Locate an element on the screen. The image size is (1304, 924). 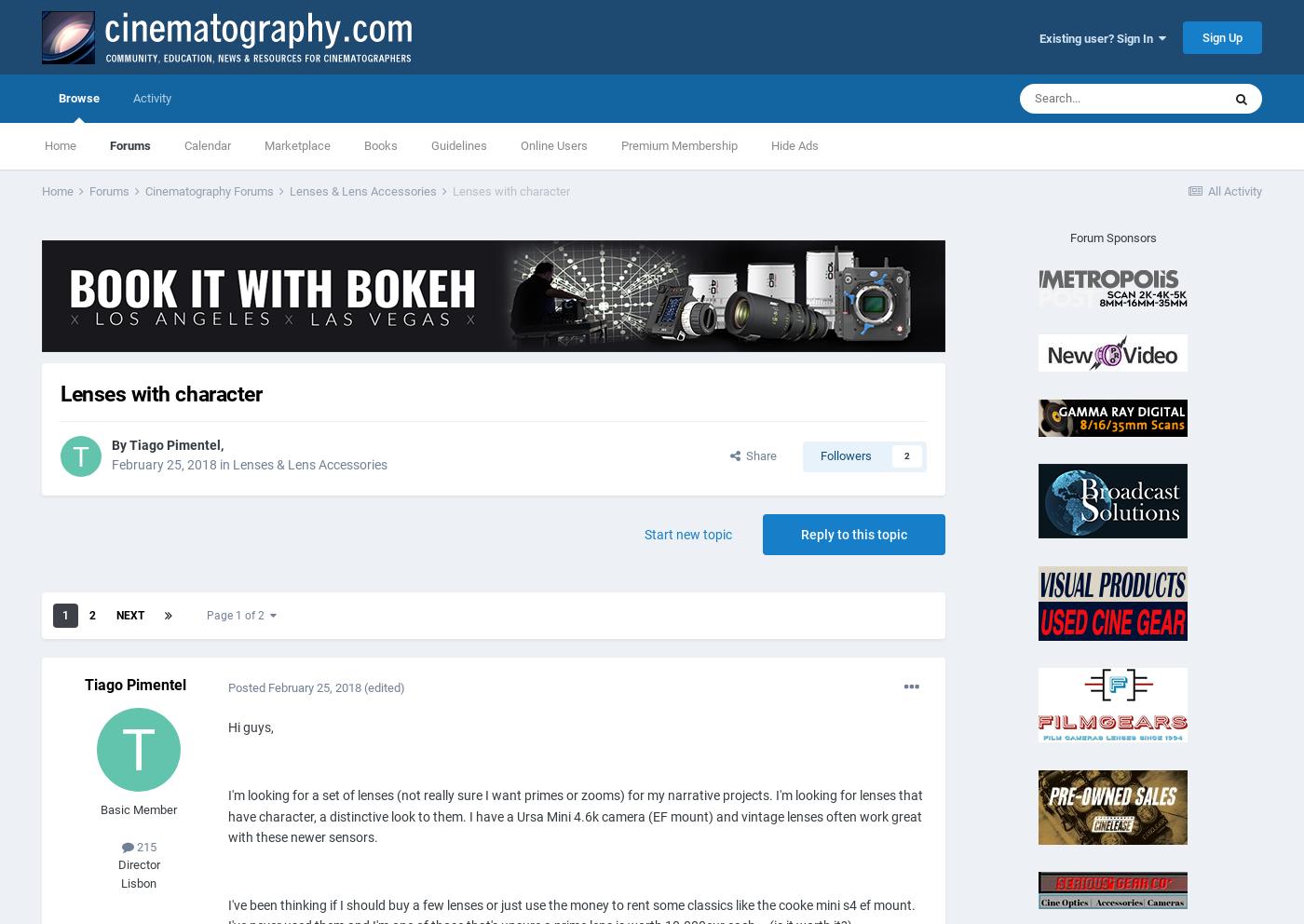
'Lisbon' is located at coordinates (138, 881).